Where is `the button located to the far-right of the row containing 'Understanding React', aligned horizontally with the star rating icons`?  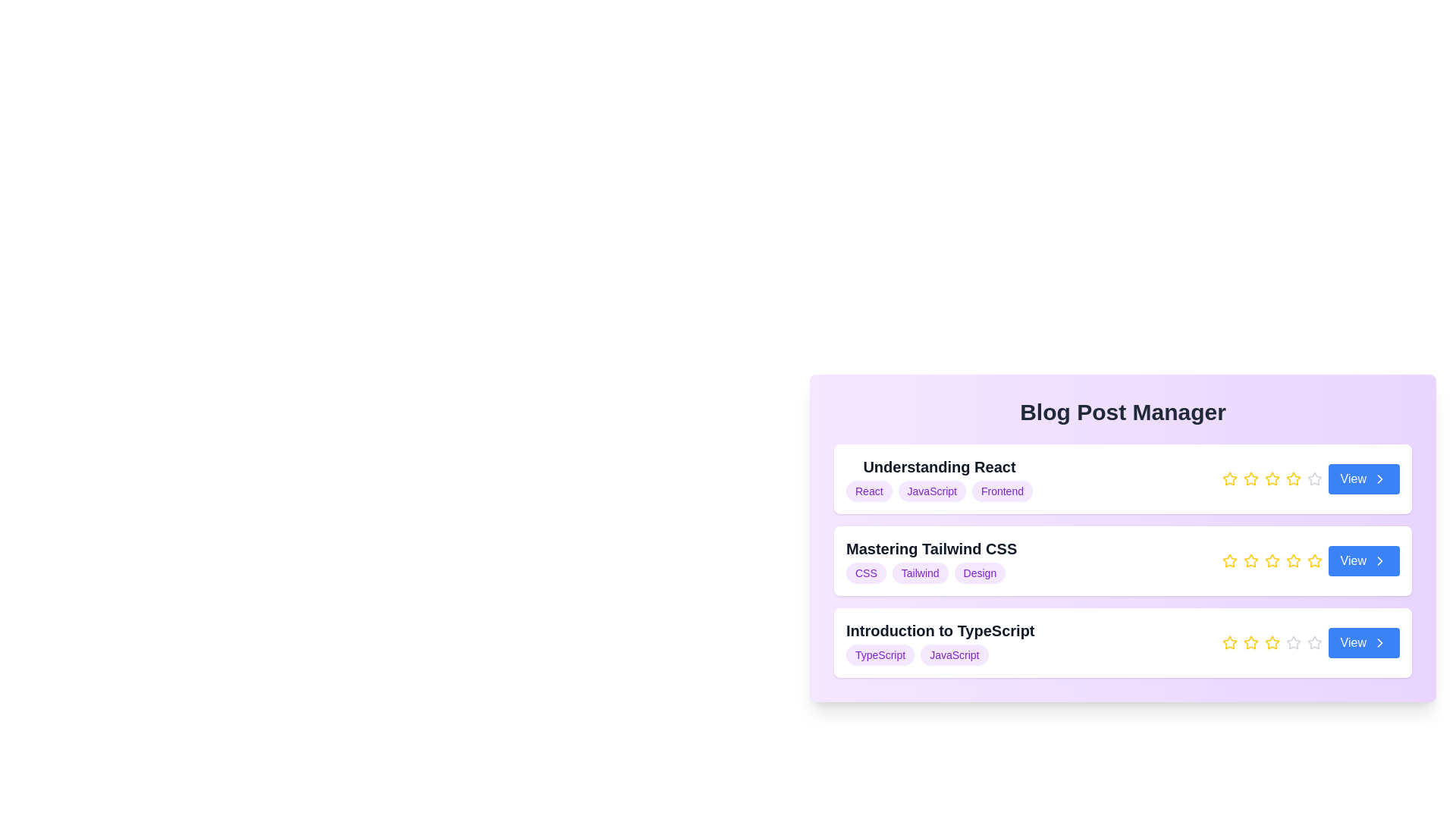 the button located to the far-right of the row containing 'Understanding React', aligned horizontally with the star rating icons is located at coordinates (1363, 479).